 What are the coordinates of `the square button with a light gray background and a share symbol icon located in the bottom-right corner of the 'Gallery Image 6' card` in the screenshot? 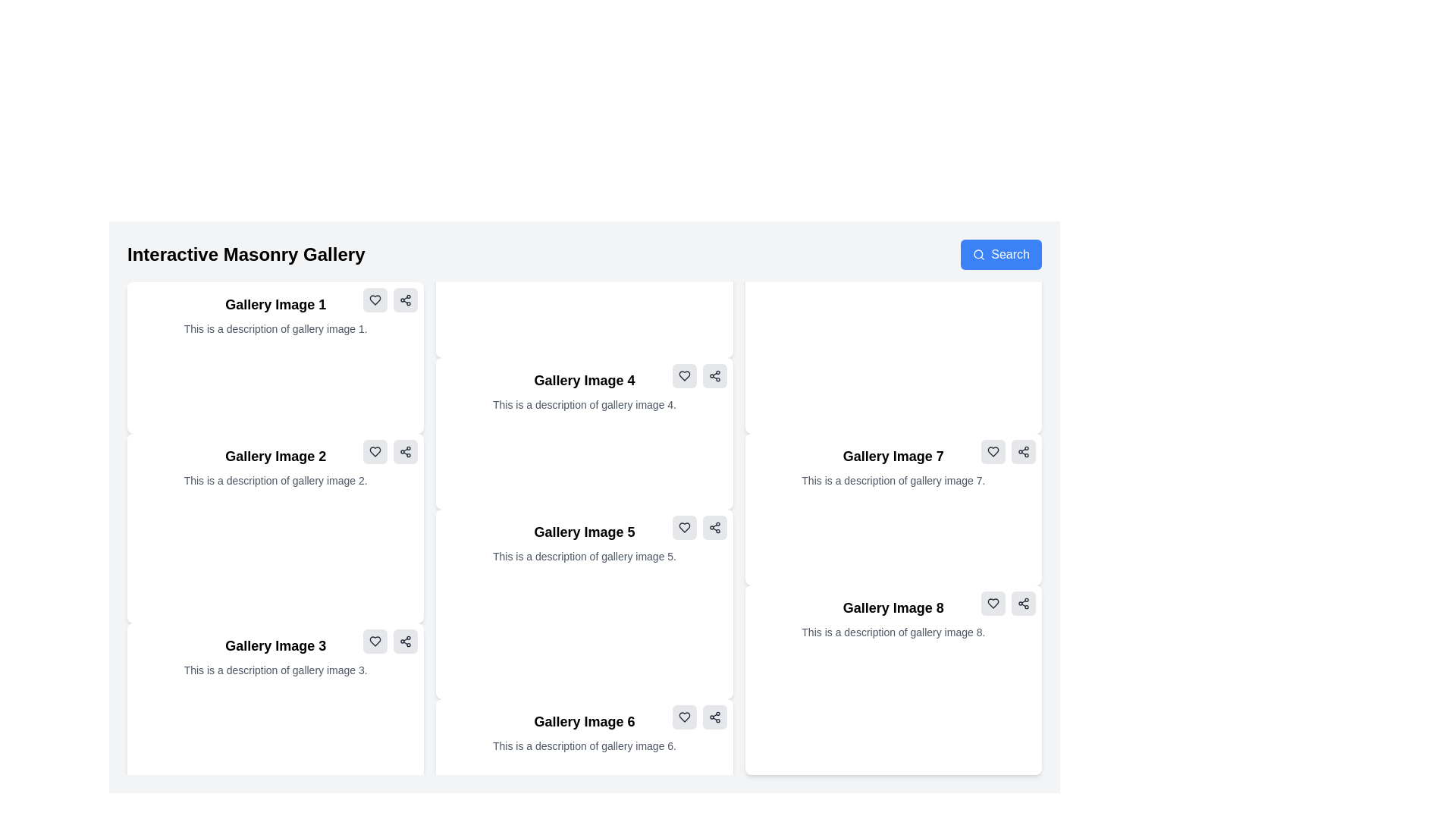 It's located at (714, 717).